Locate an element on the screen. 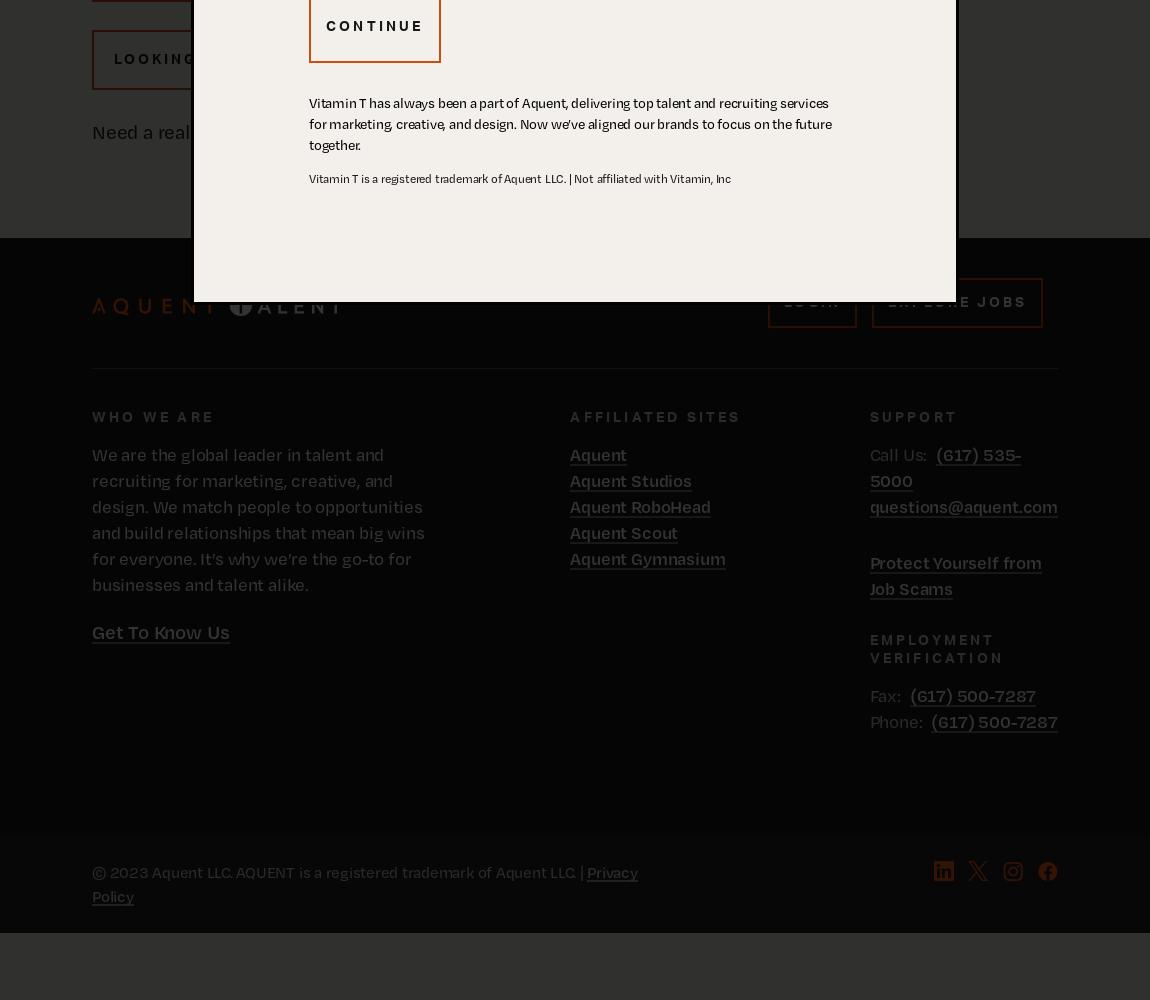  'Fax:' is located at coordinates (884, 694).